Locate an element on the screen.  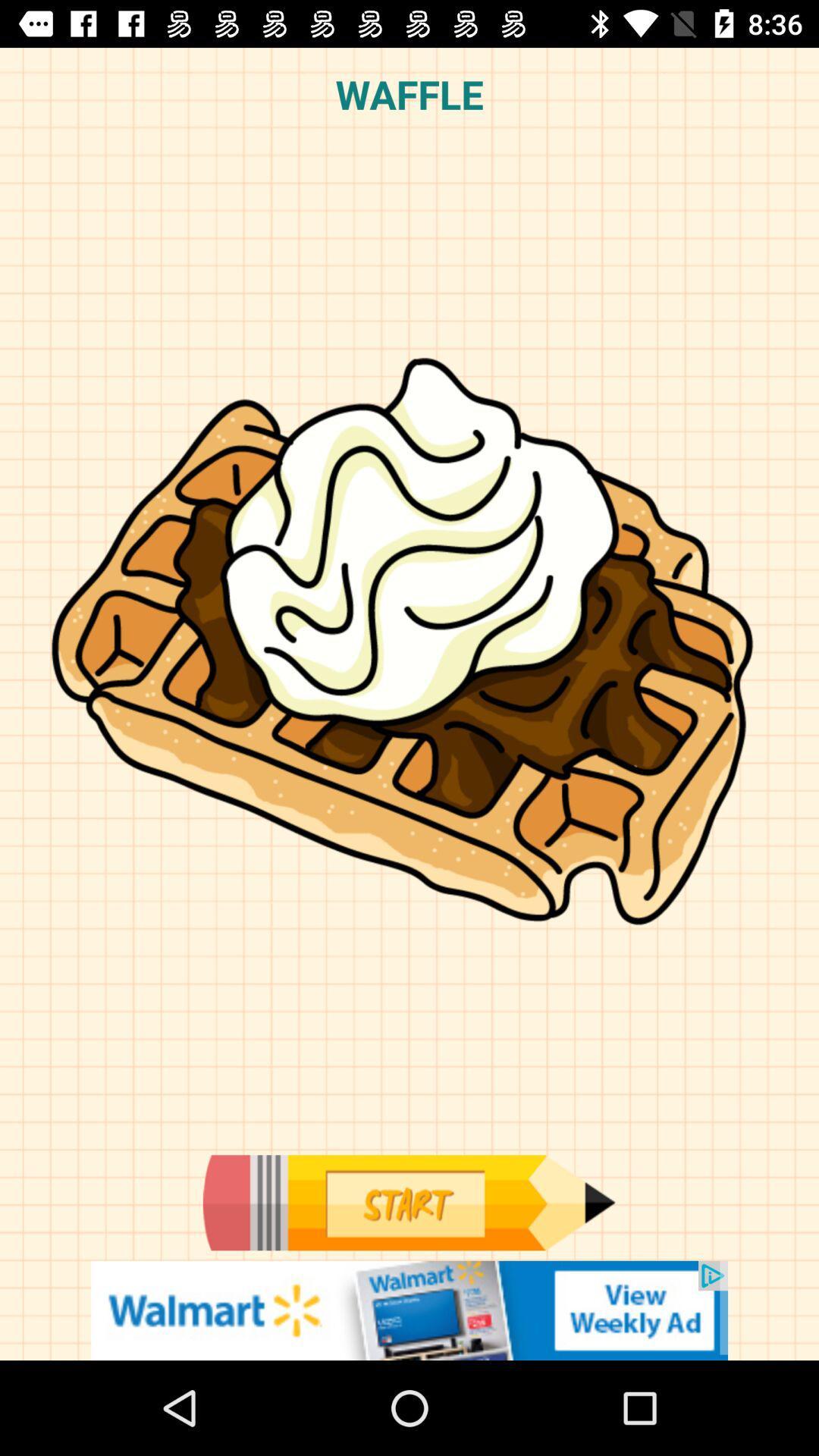
next stage is located at coordinates (408, 1202).